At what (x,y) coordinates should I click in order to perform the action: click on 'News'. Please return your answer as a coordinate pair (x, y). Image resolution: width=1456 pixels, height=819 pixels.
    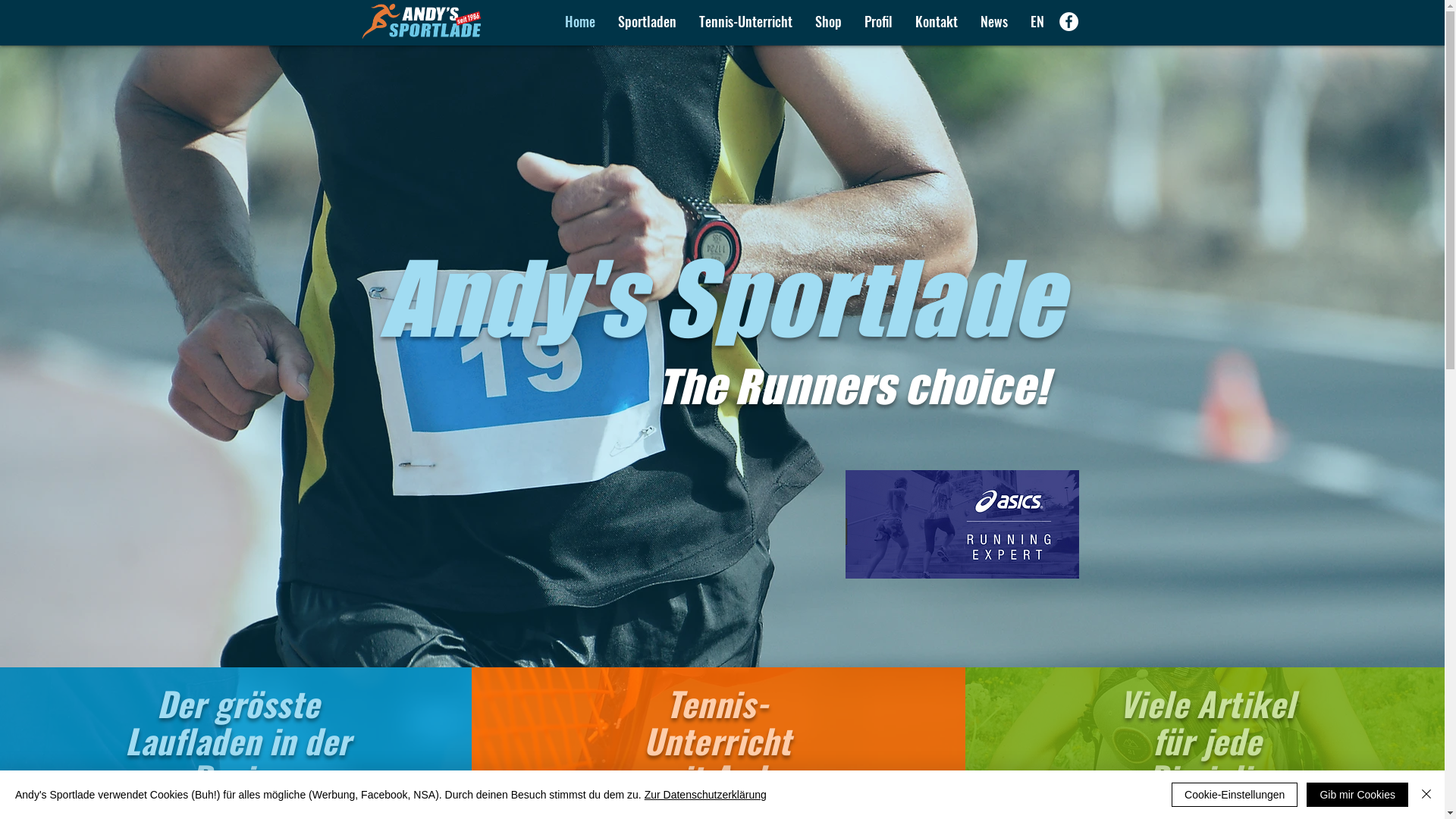
    Looking at the image, I should click on (993, 21).